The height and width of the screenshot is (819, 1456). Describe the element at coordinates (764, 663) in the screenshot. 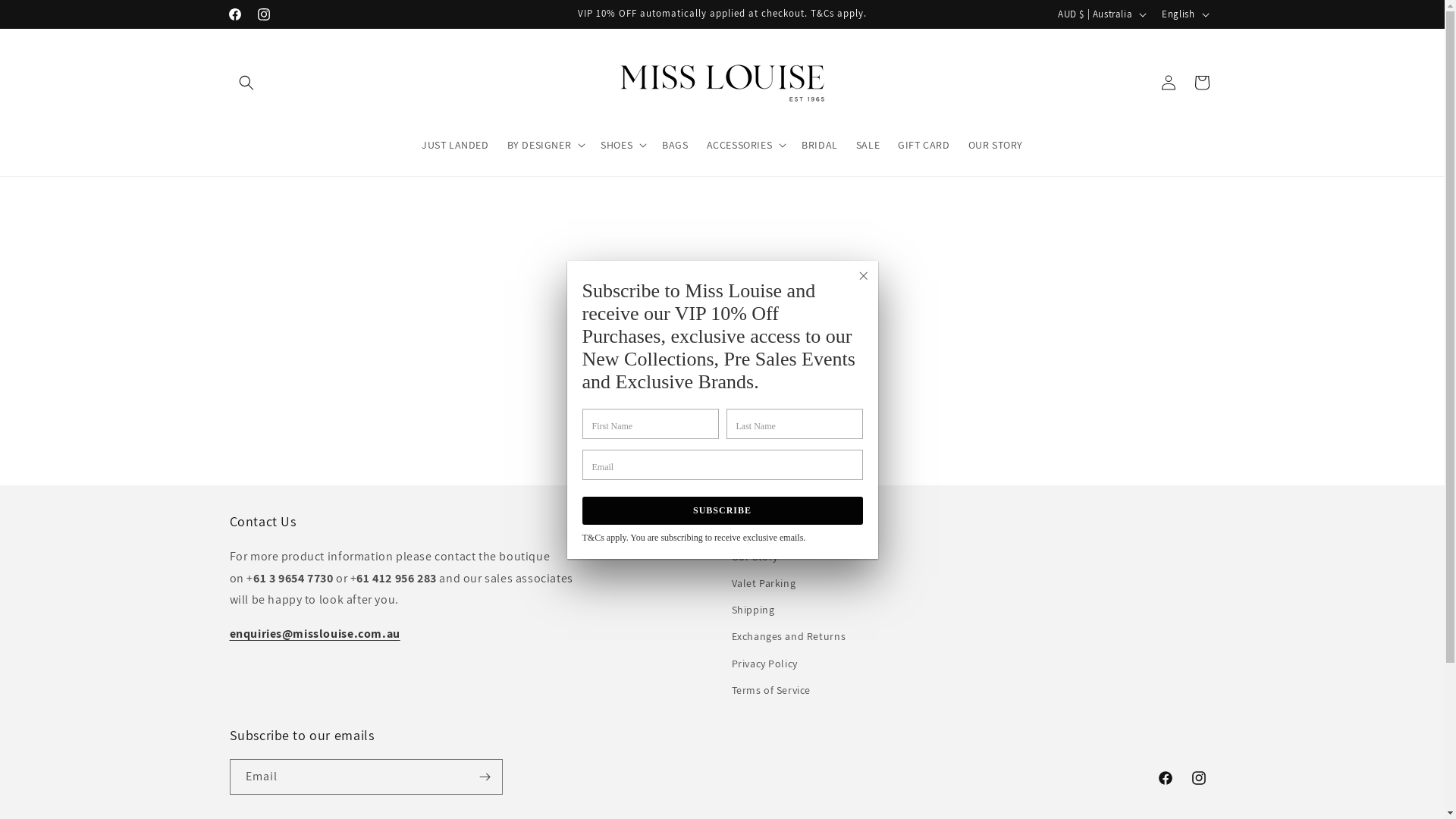

I see `'Privacy Policy'` at that location.